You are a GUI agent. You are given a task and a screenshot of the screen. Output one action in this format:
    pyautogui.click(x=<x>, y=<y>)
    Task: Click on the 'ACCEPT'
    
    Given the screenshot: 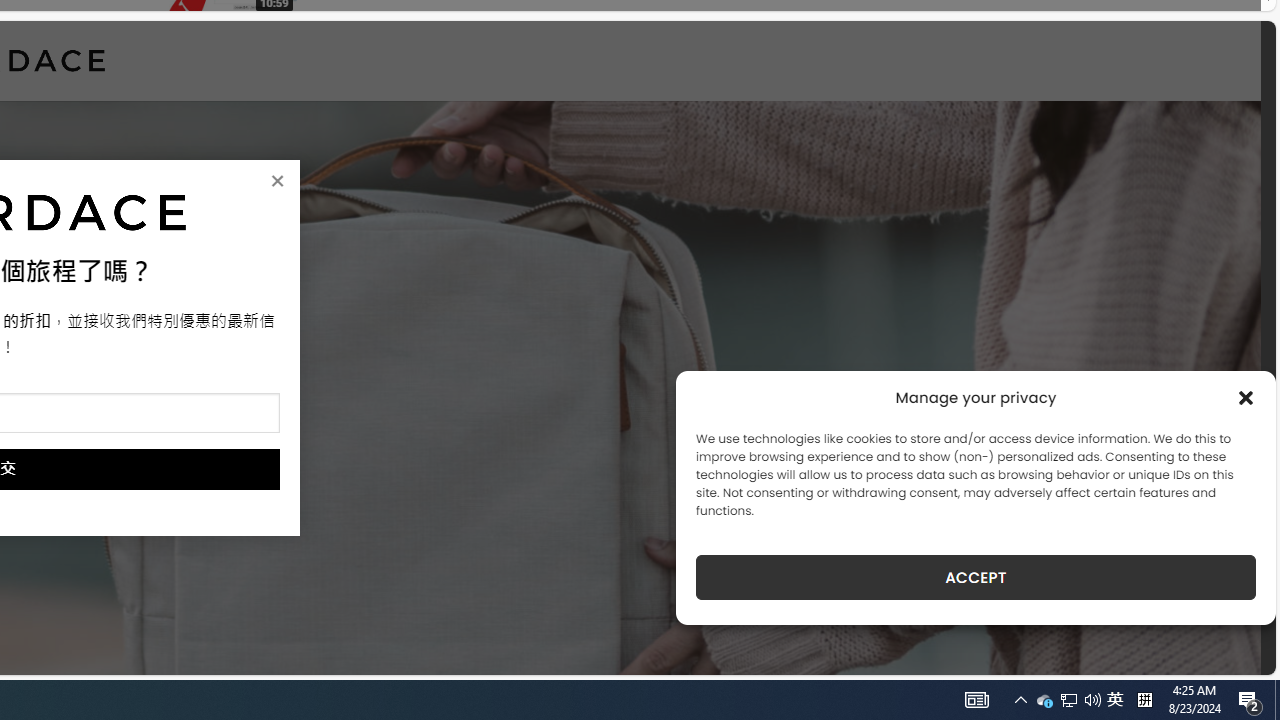 What is the action you would take?
    pyautogui.click(x=976, y=577)
    